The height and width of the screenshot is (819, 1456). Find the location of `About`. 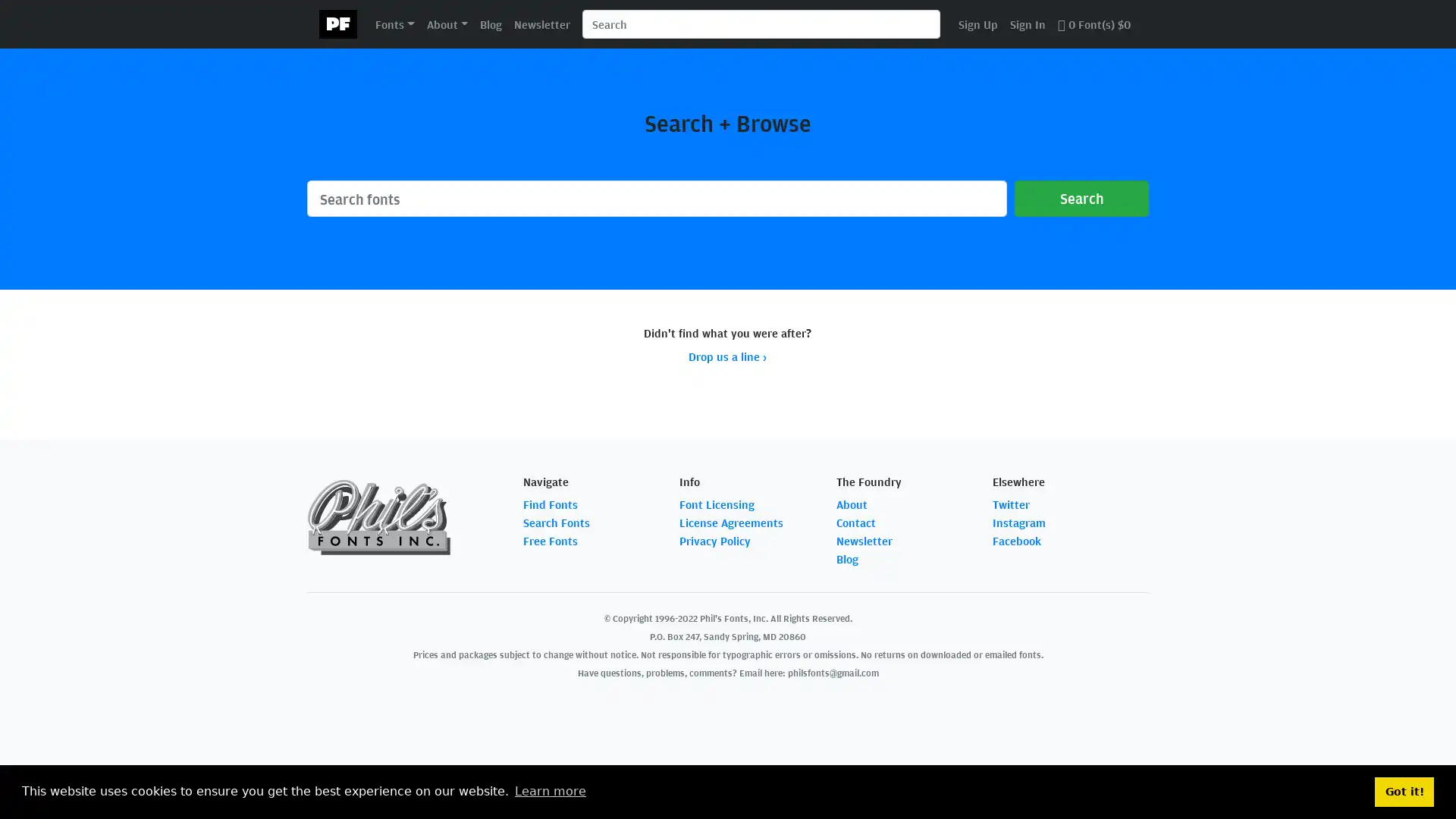

About is located at coordinates (446, 23).